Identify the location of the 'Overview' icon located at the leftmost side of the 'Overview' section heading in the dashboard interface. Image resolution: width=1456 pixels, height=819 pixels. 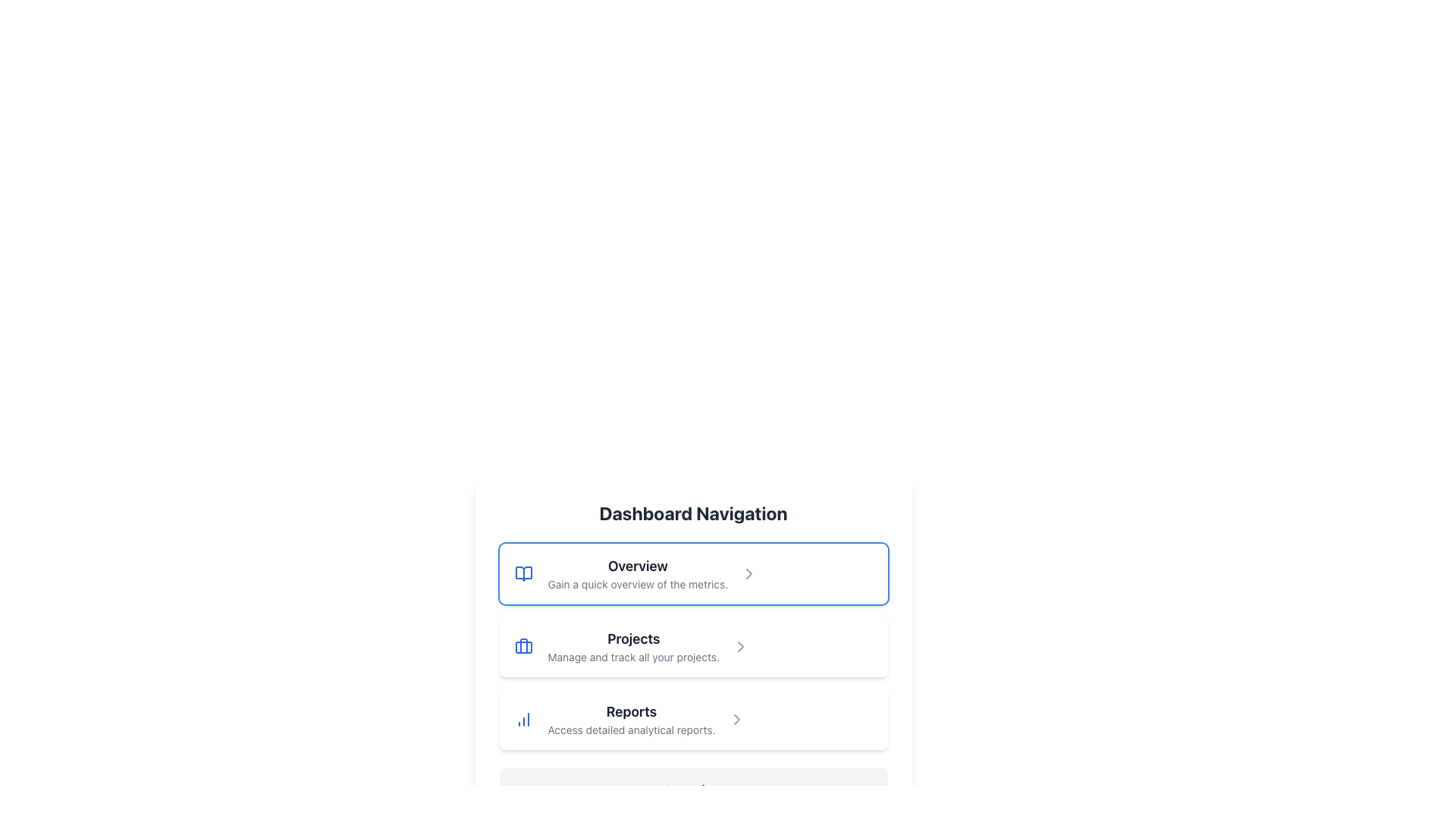
(523, 573).